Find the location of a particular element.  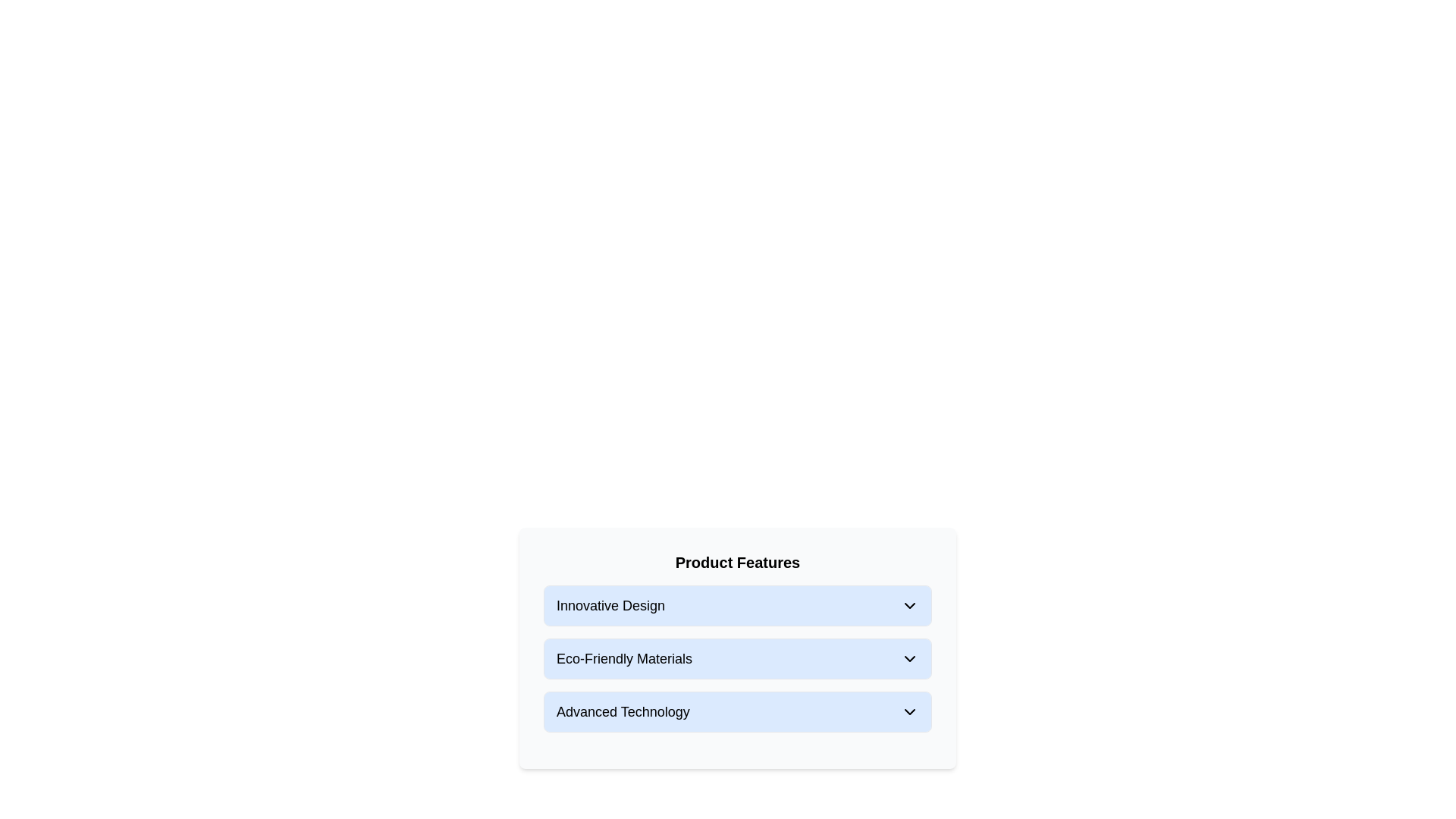

the right arrow on the second item in the 'Product Features' list, which represents 'Eco-Friendly Materials' is located at coordinates (738, 657).